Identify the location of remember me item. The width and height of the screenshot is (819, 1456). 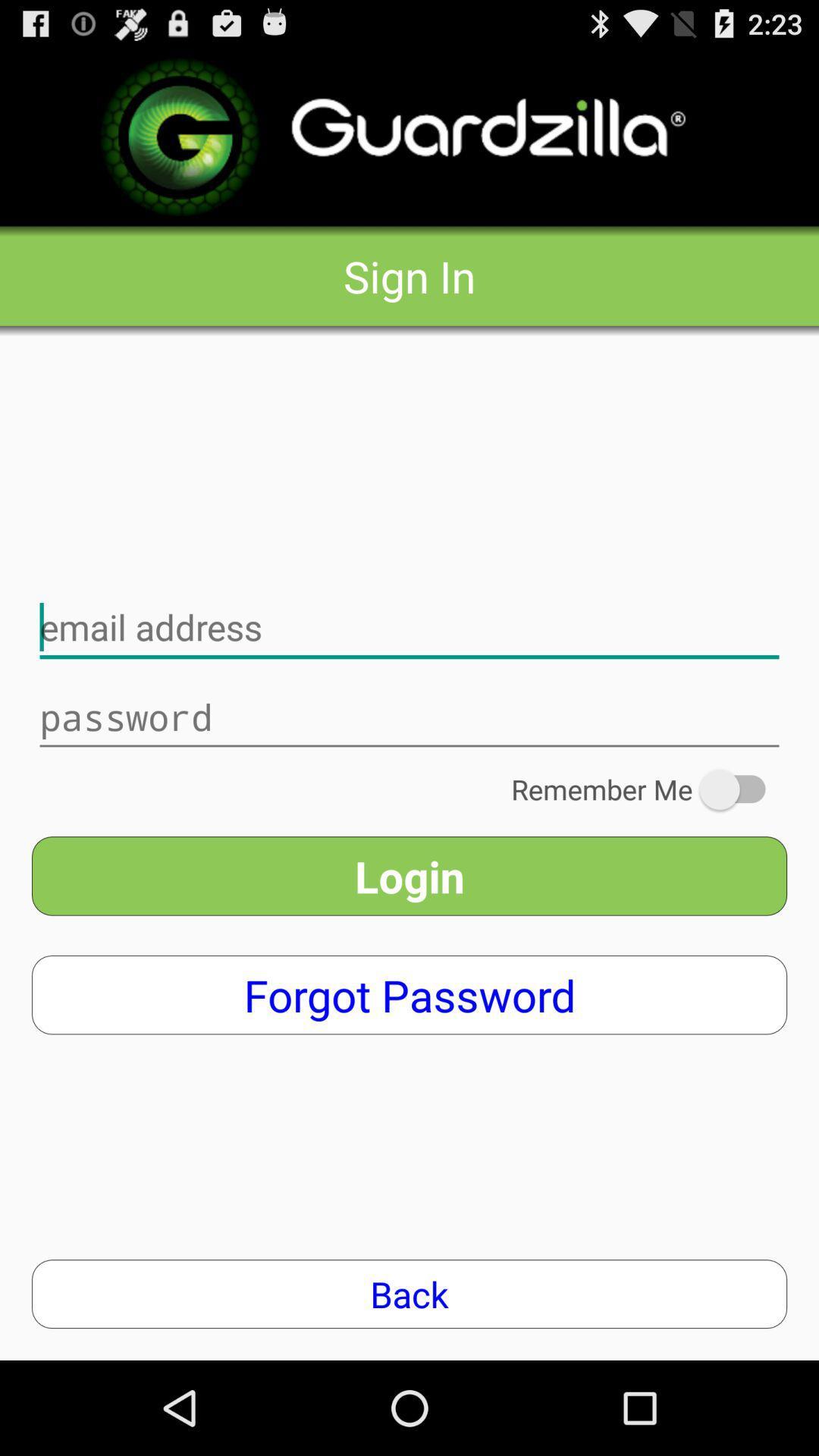
(648, 789).